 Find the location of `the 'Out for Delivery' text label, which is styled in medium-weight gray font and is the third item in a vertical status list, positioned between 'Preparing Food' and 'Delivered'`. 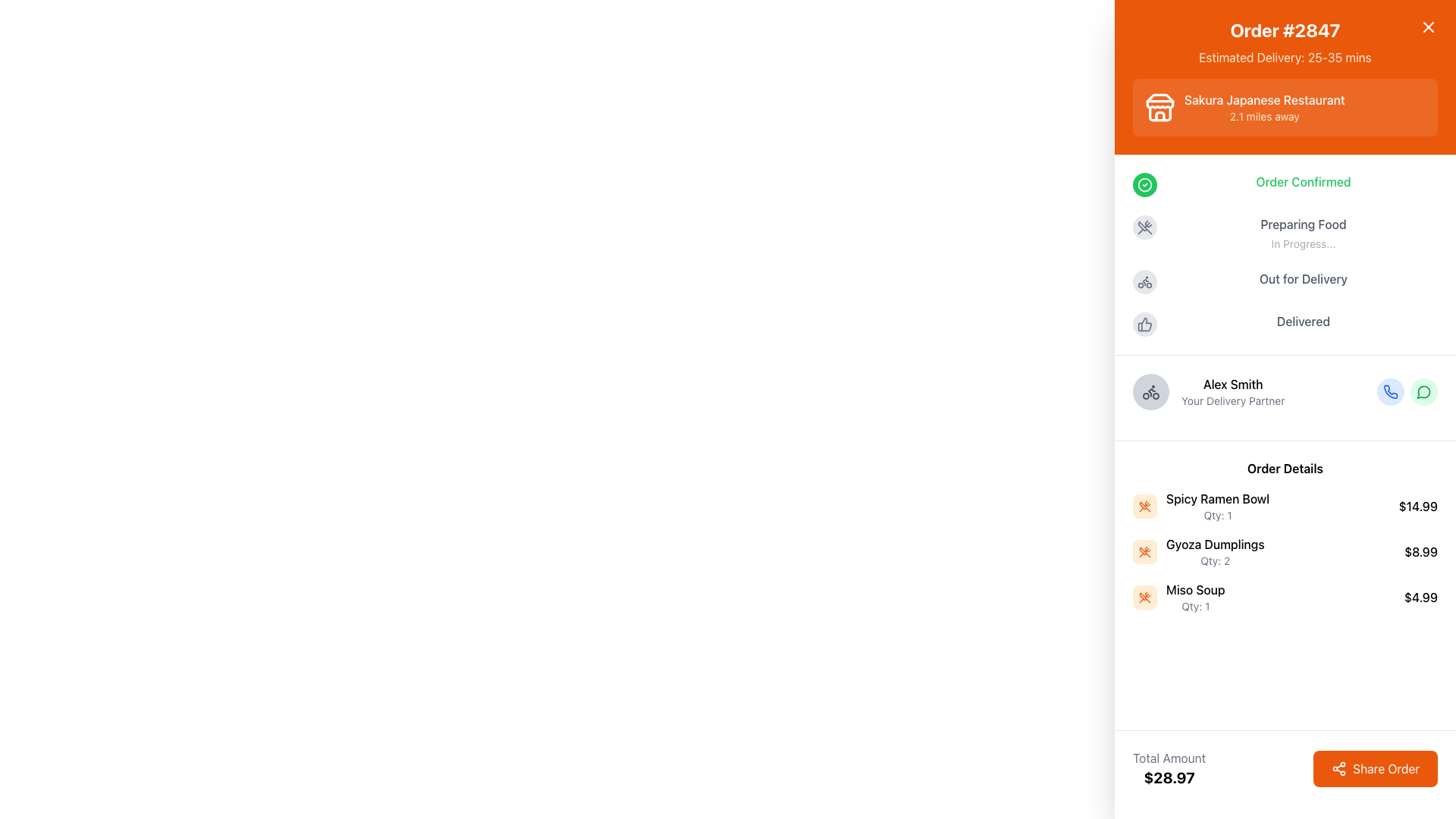

the 'Out for Delivery' text label, which is styled in medium-weight gray font and is the third item in a vertical status list, positioned between 'Preparing Food' and 'Delivered' is located at coordinates (1302, 278).